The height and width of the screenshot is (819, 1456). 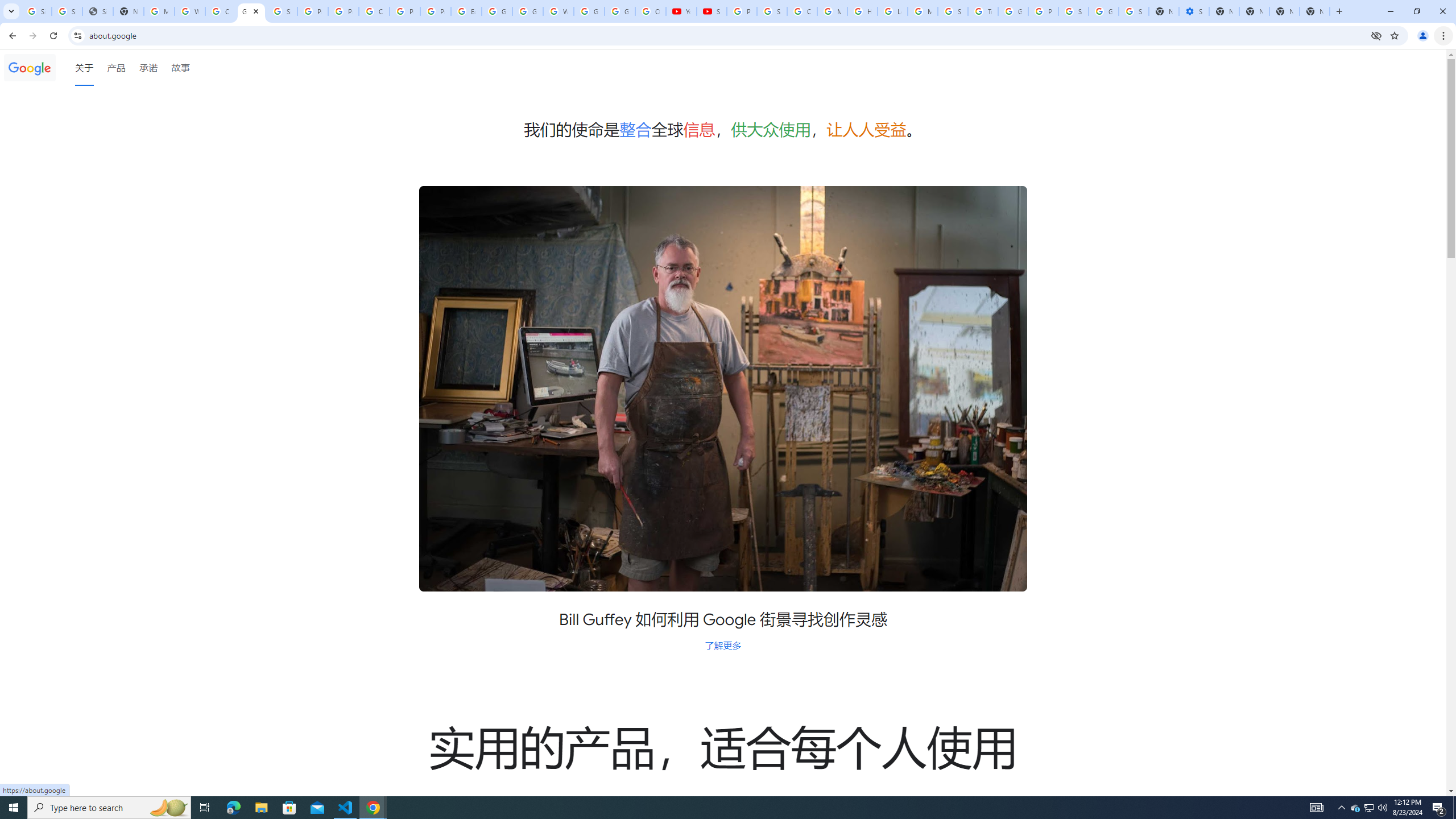 I want to click on 'Google', so click(x=30, y=67).